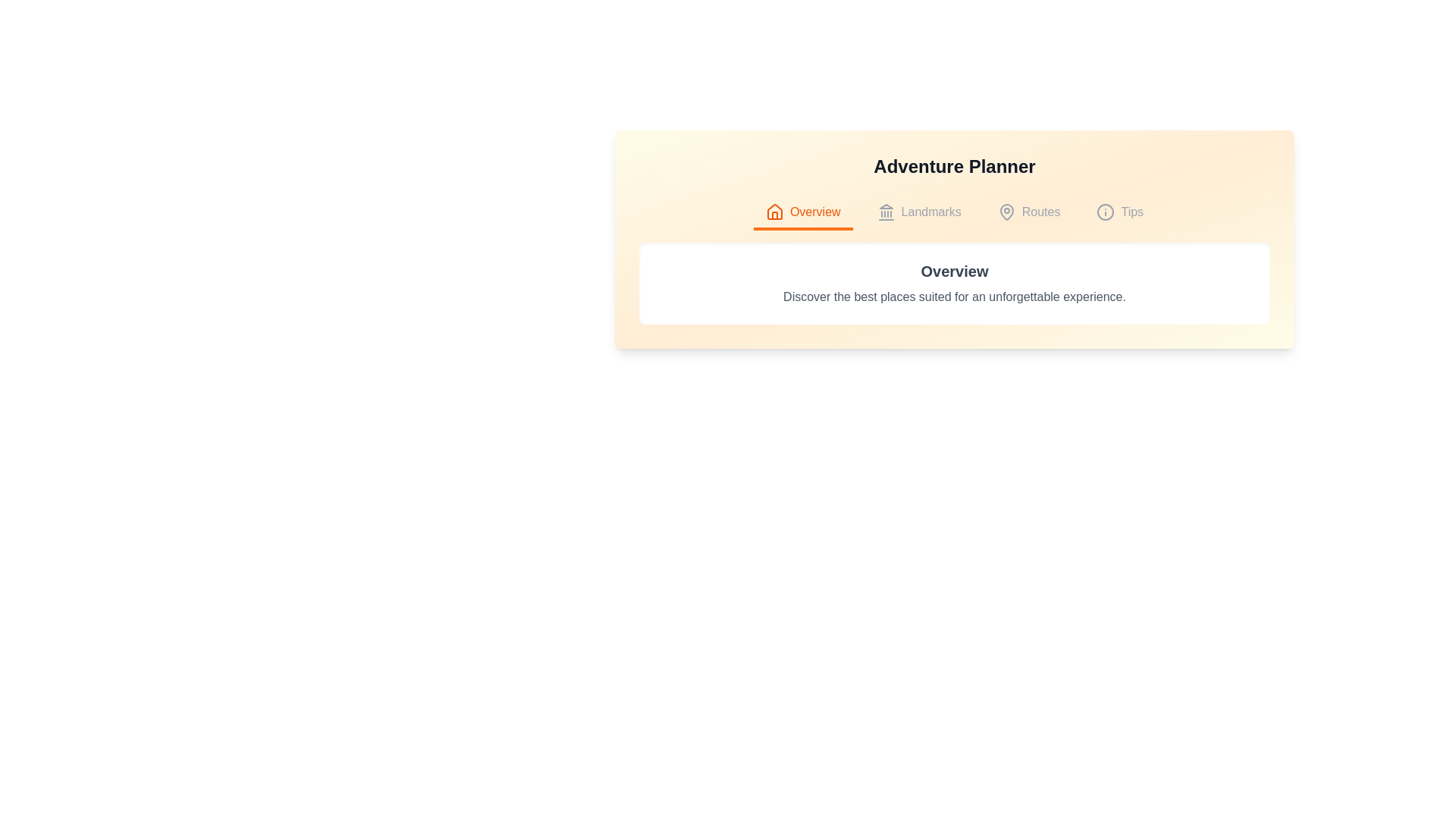  What do you see at coordinates (1029, 213) in the screenshot?
I see `the Routes tab` at bounding box center [1029, 213].